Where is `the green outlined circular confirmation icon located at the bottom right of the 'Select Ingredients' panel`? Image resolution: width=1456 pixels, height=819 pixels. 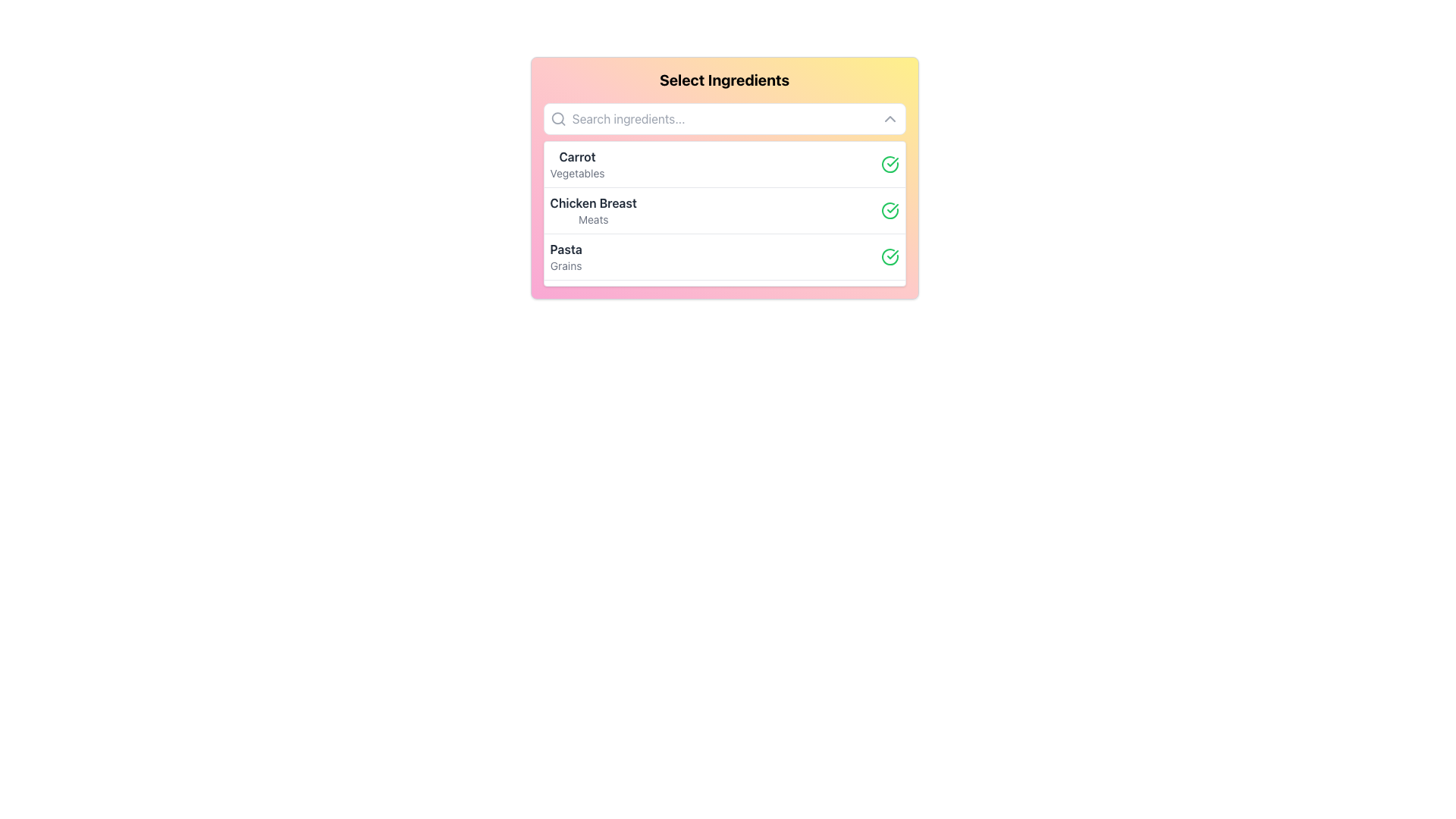 the green outlined circular confirmation icon located at the bottom right of the 'Select Ingredients' panel is located at coordinates (890, 303).